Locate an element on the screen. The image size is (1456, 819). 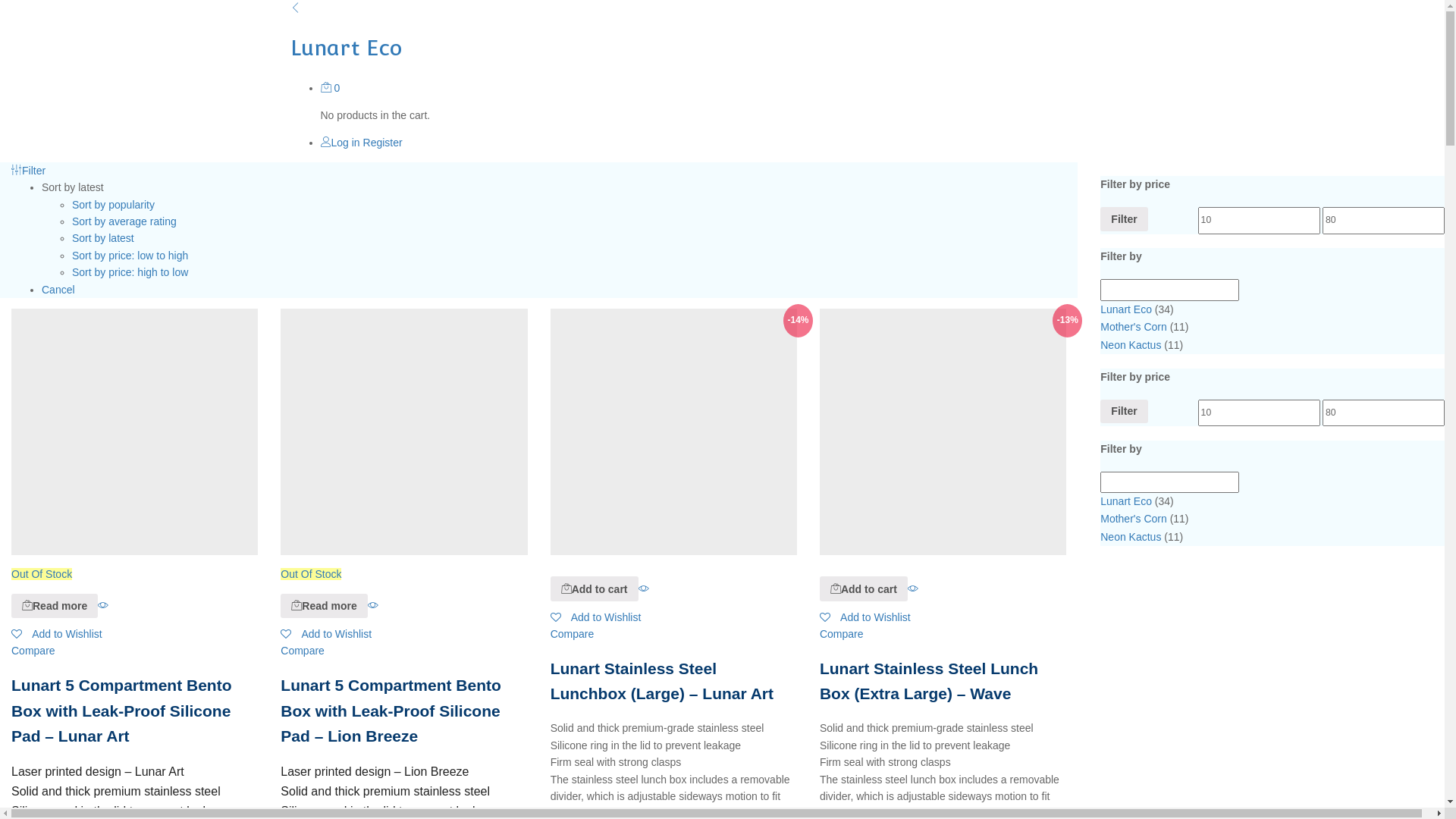
'Register' is located at coordinates (382, 143).